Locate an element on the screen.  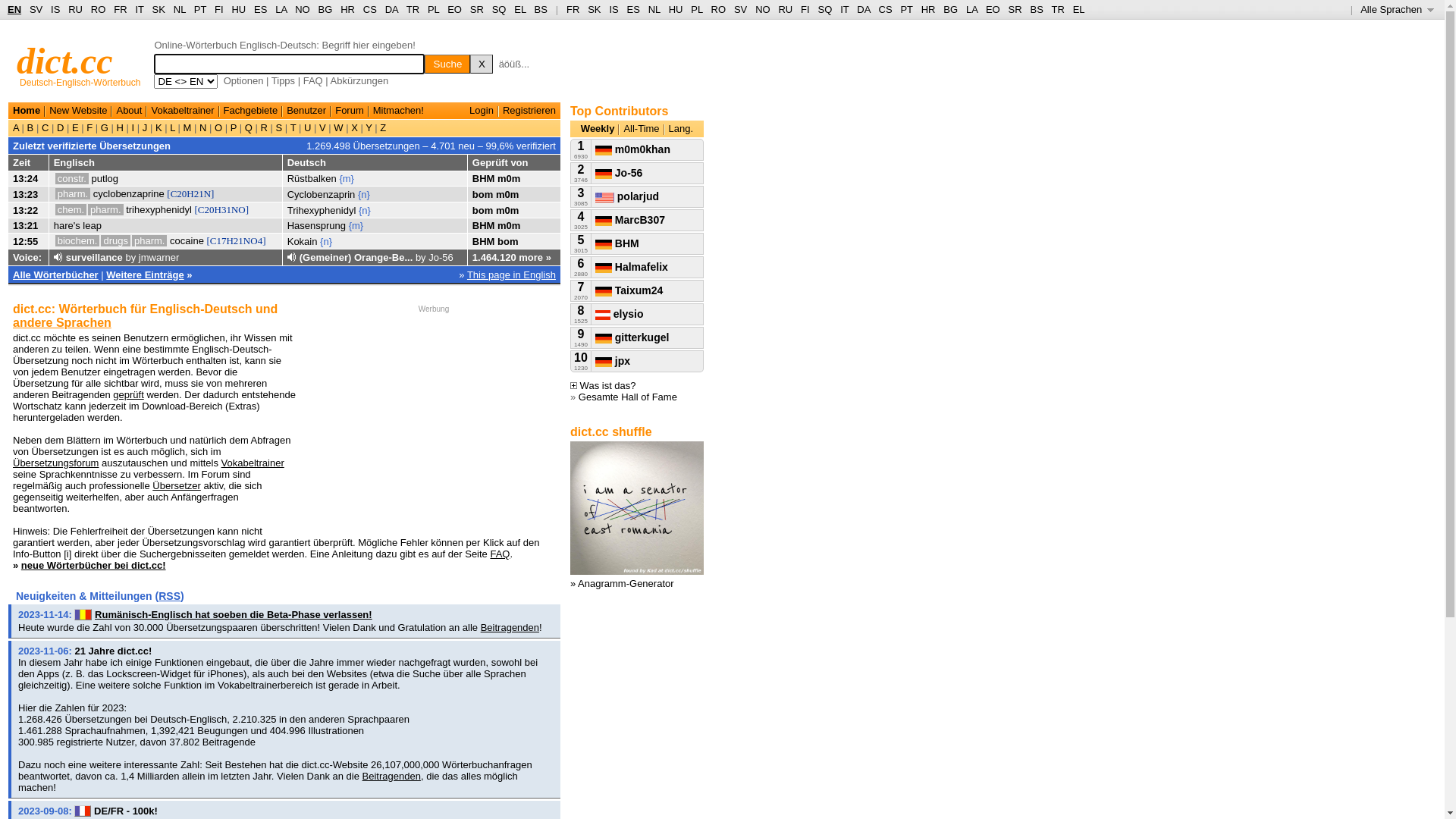
'N' is located at coordinates (202, 127).